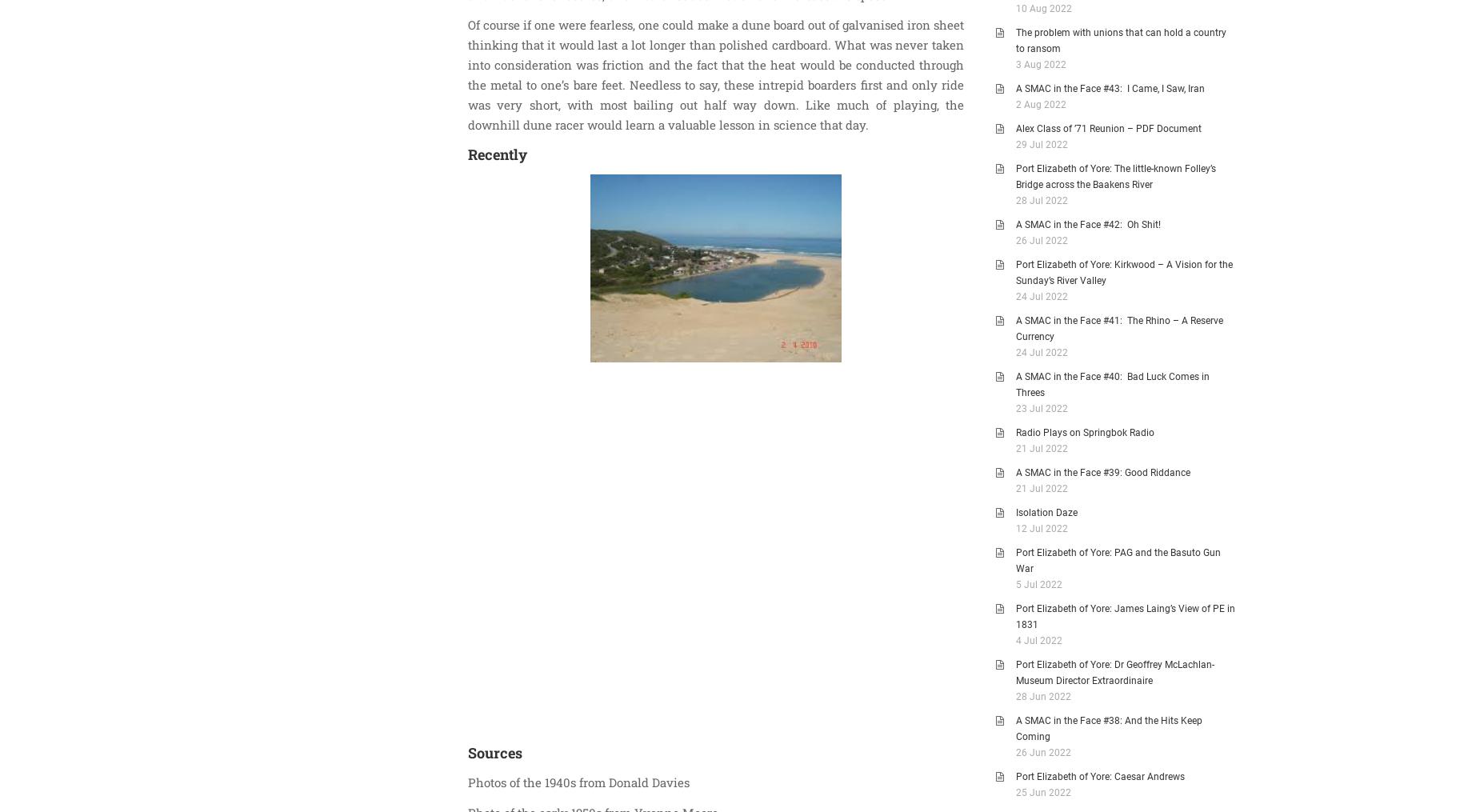 Image resolution: width=1480 pixels, height=812 pixels. Describe the element at coordinates (1041, 408) in the screenshot. I see `'23 Jul 2022'` at that location.